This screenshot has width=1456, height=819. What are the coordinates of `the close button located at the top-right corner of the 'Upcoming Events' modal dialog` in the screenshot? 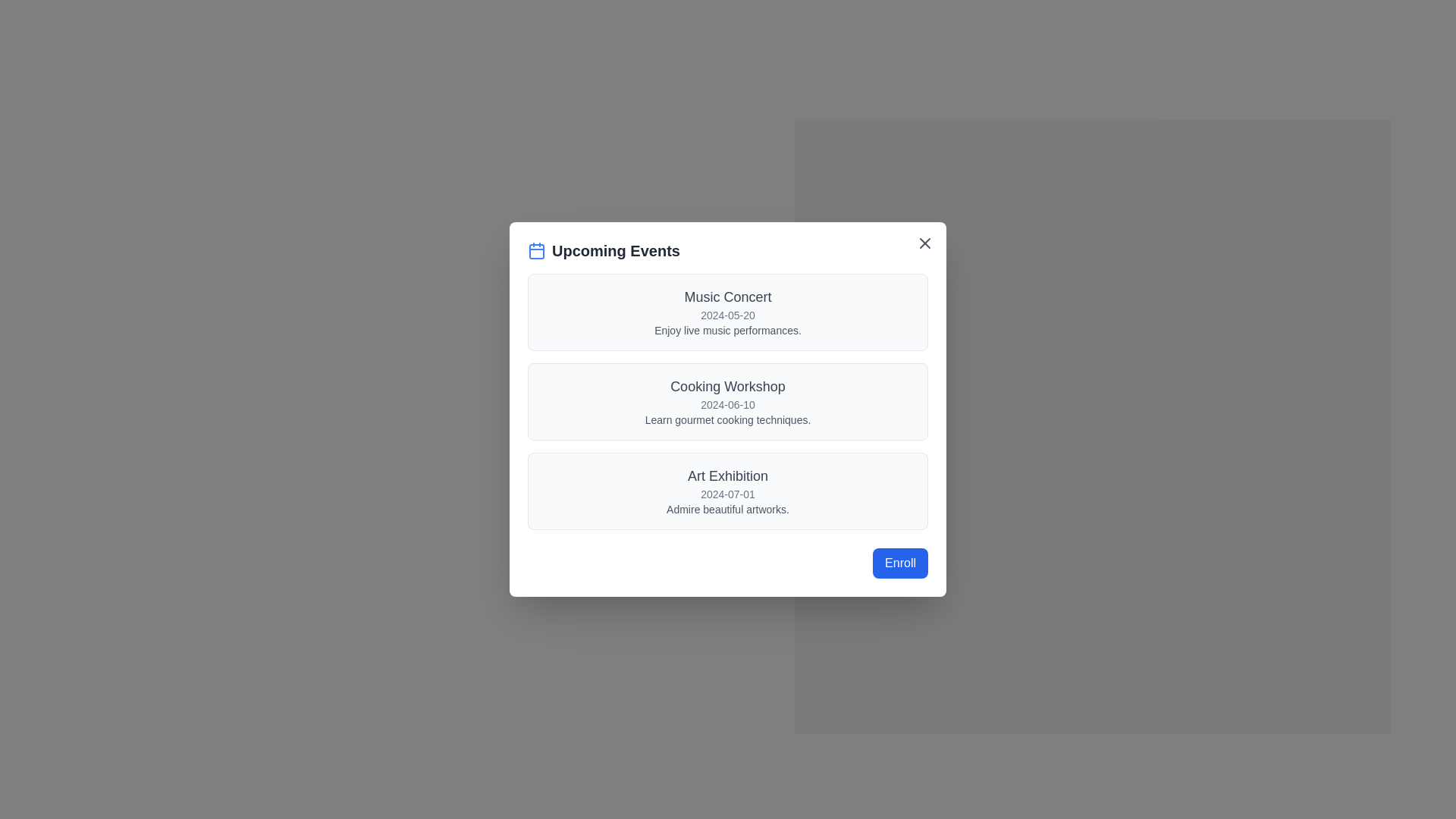 It's located at (924, 242).